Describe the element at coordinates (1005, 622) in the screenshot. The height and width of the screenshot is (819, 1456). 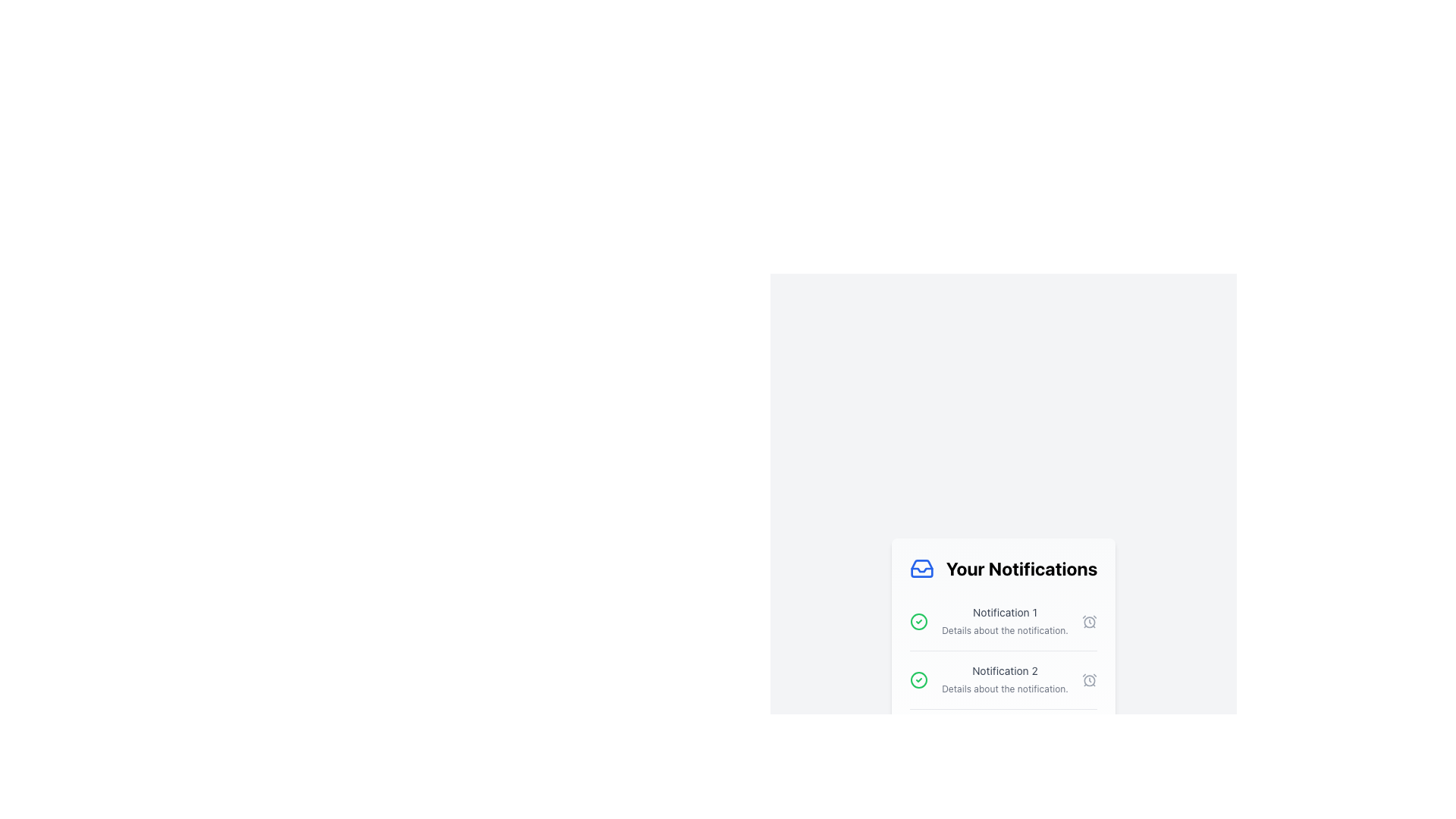
I see `text content of the Text Display Component displaying 'Notification 1' and its description, located below 'Your Notifications' and between a green checkmark icon and a gear icon` at that location.